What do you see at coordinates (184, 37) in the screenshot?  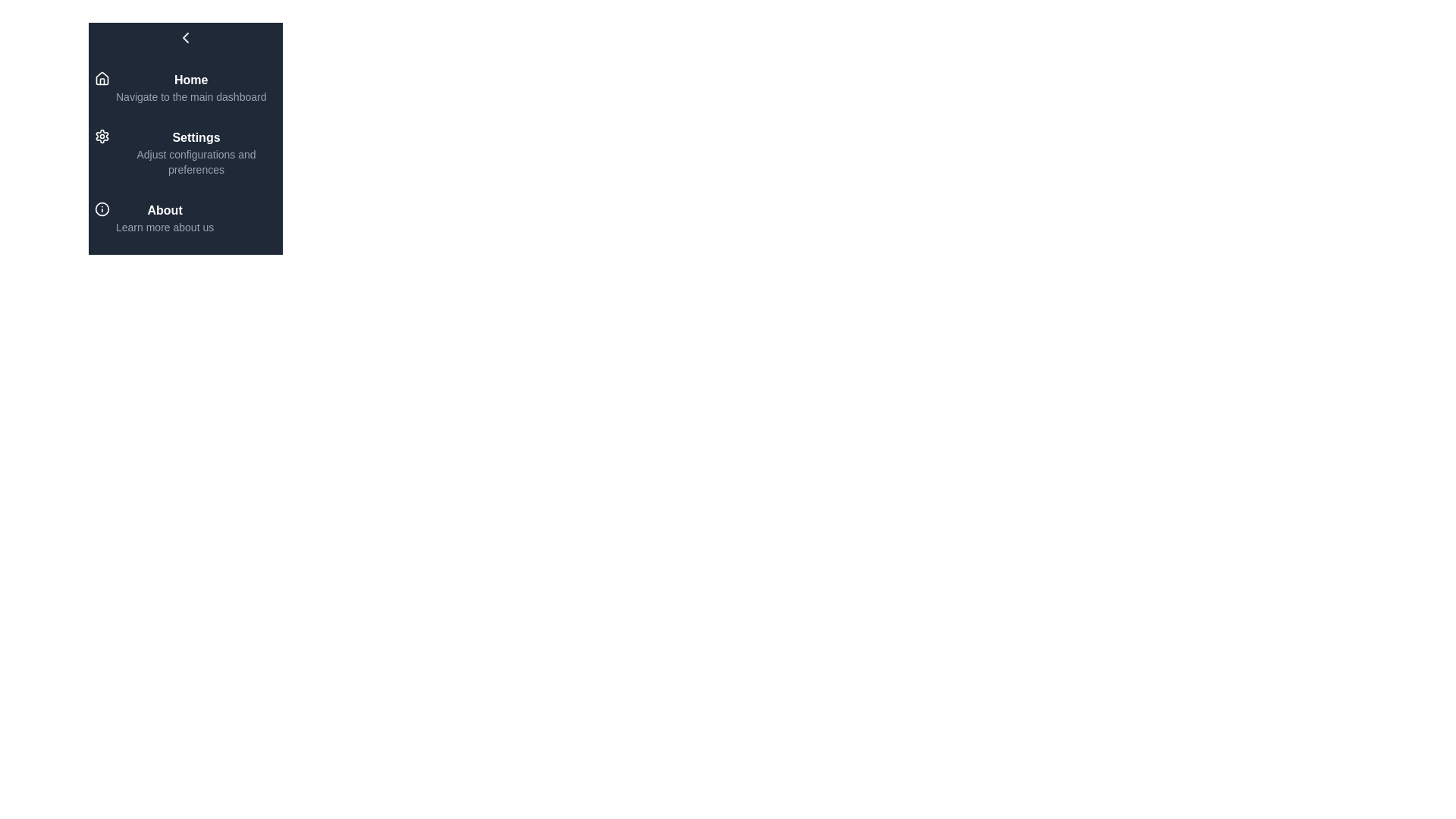 I see `toggle button at the top of the sidebar to open or close the menu` at bounding box center [184, 37].